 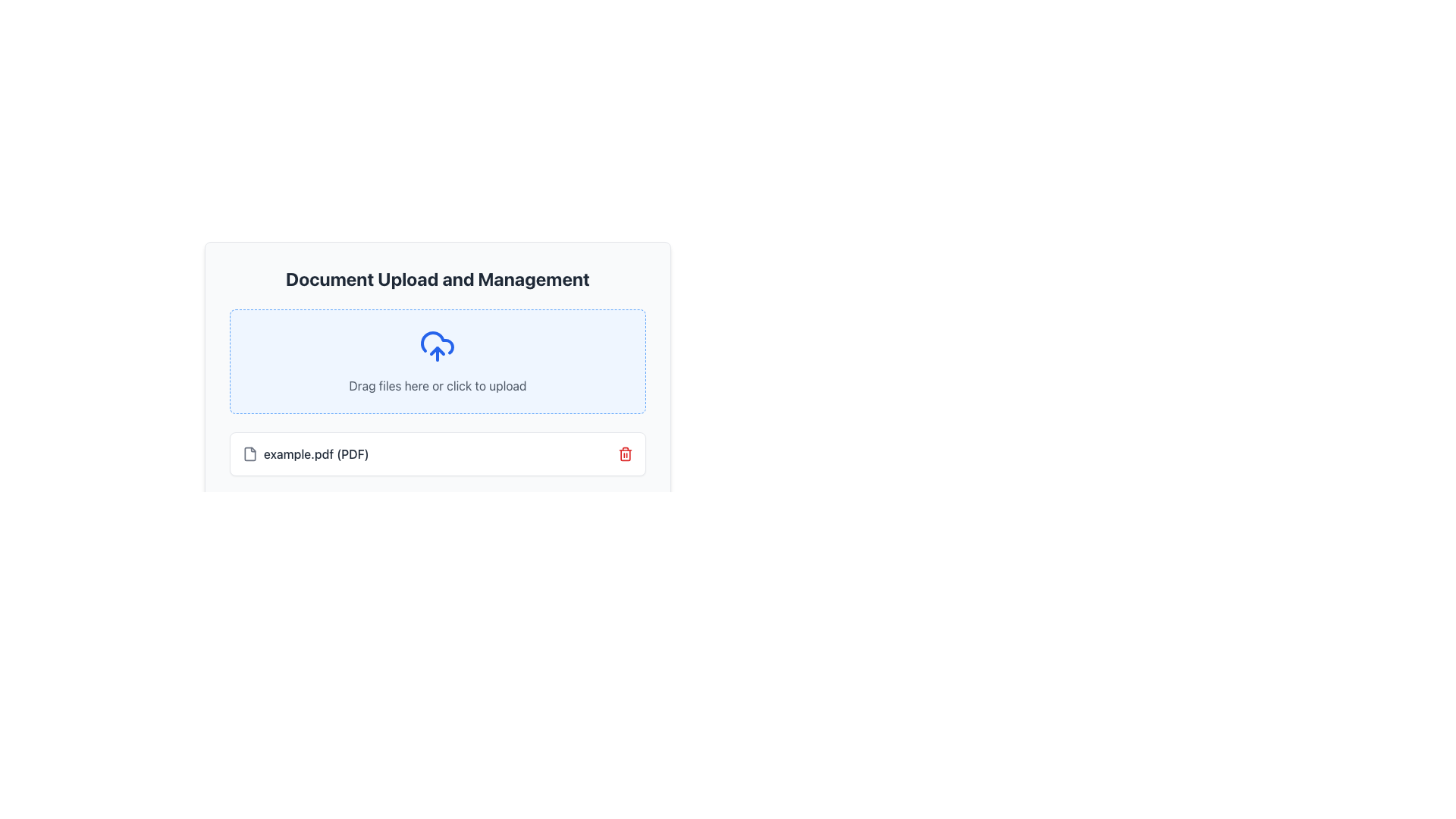 What do you see at coordinates (437, 346) in the screenshot?
I see `the upload icon located at the center of the blue-bordered drag-and-drop upload area in the Document Upload and Management interface, above the text 'Drag files here or click to upload'` at bounding box center [437, 346].